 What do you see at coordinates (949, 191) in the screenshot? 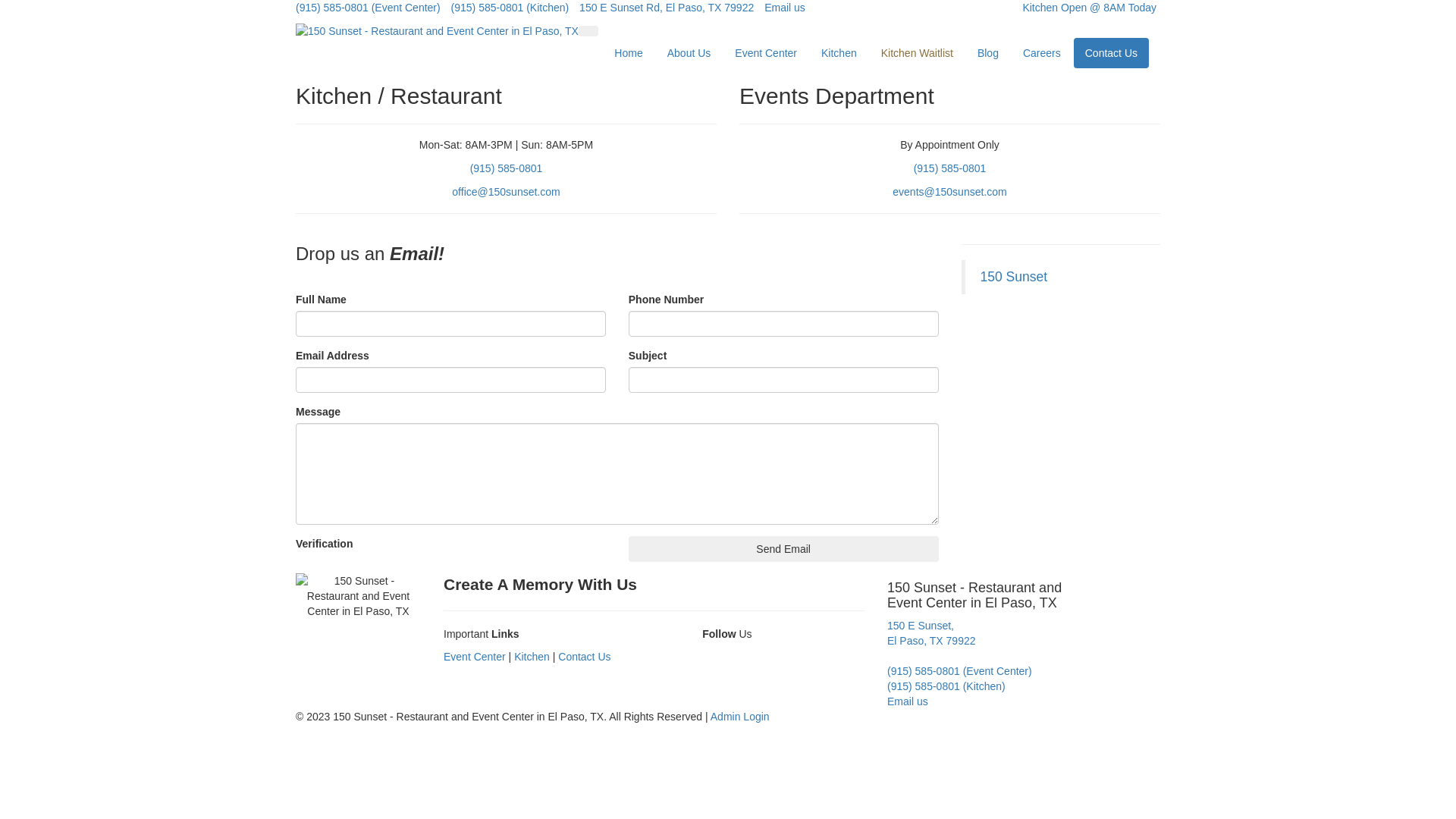
I see `'events@150sunset.com'` at bounding box center [949, 191].